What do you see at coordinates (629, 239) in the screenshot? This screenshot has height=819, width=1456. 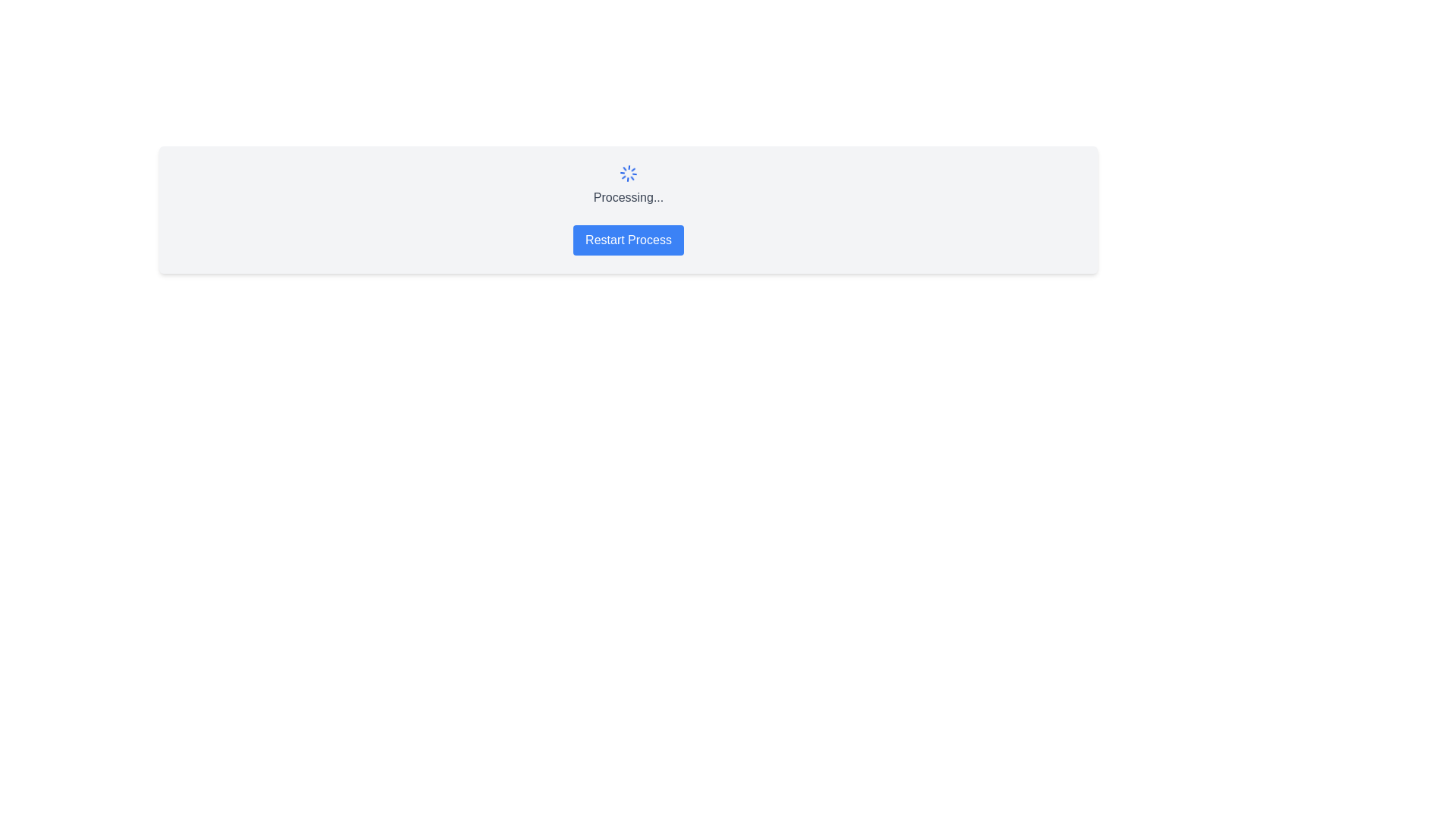 I see `the 'Restart Process' button, which is a blue button with white text, located below the spinner animation and the 'Processing...' text` at bounding box center [629, 239].